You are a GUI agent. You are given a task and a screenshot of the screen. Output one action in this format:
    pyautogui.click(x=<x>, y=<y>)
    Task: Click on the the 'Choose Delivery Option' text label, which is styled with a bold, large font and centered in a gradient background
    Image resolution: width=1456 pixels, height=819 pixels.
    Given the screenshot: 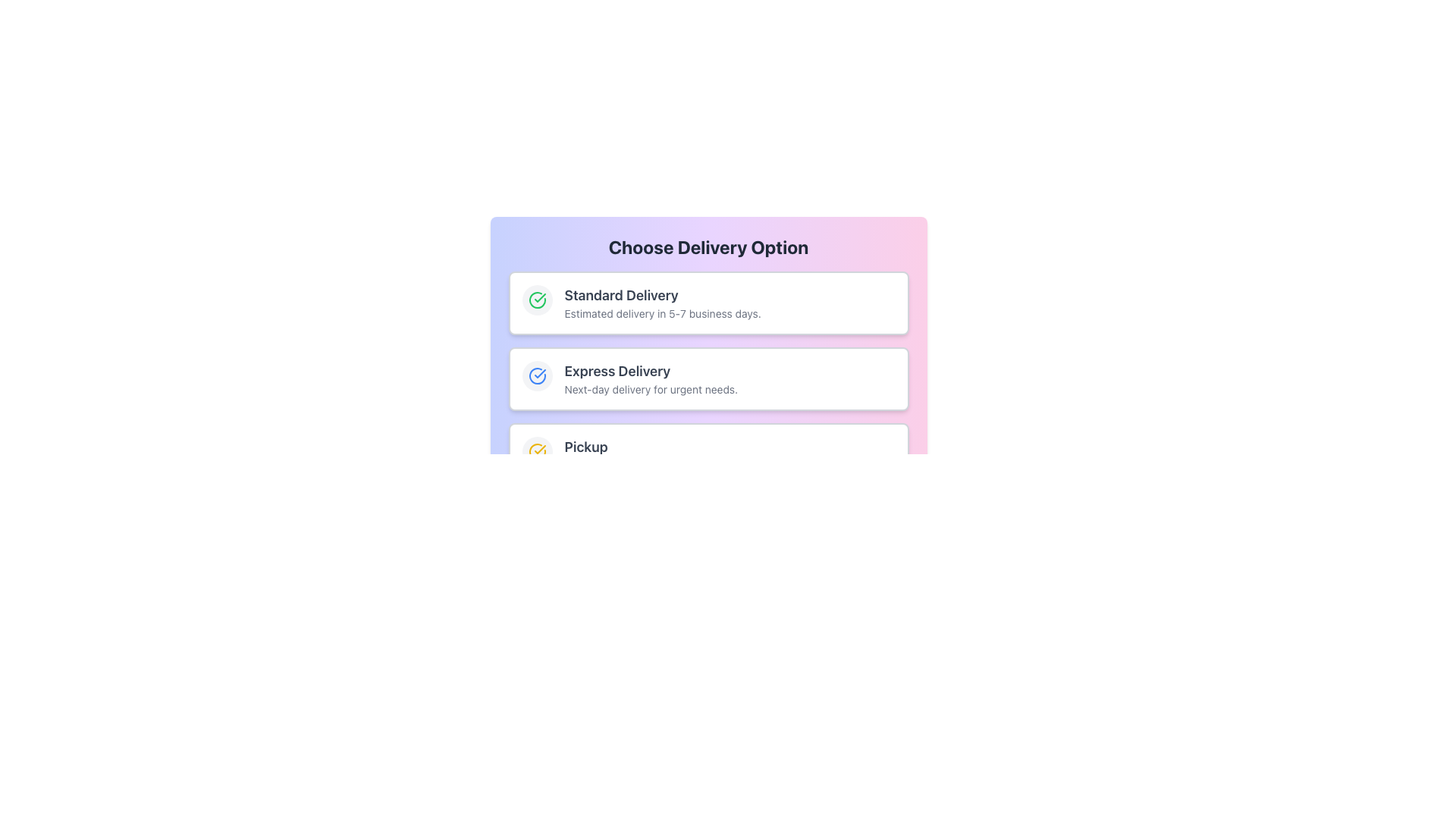 What is the action you would take?
    pyautogui.click(x=708, y=246)
    